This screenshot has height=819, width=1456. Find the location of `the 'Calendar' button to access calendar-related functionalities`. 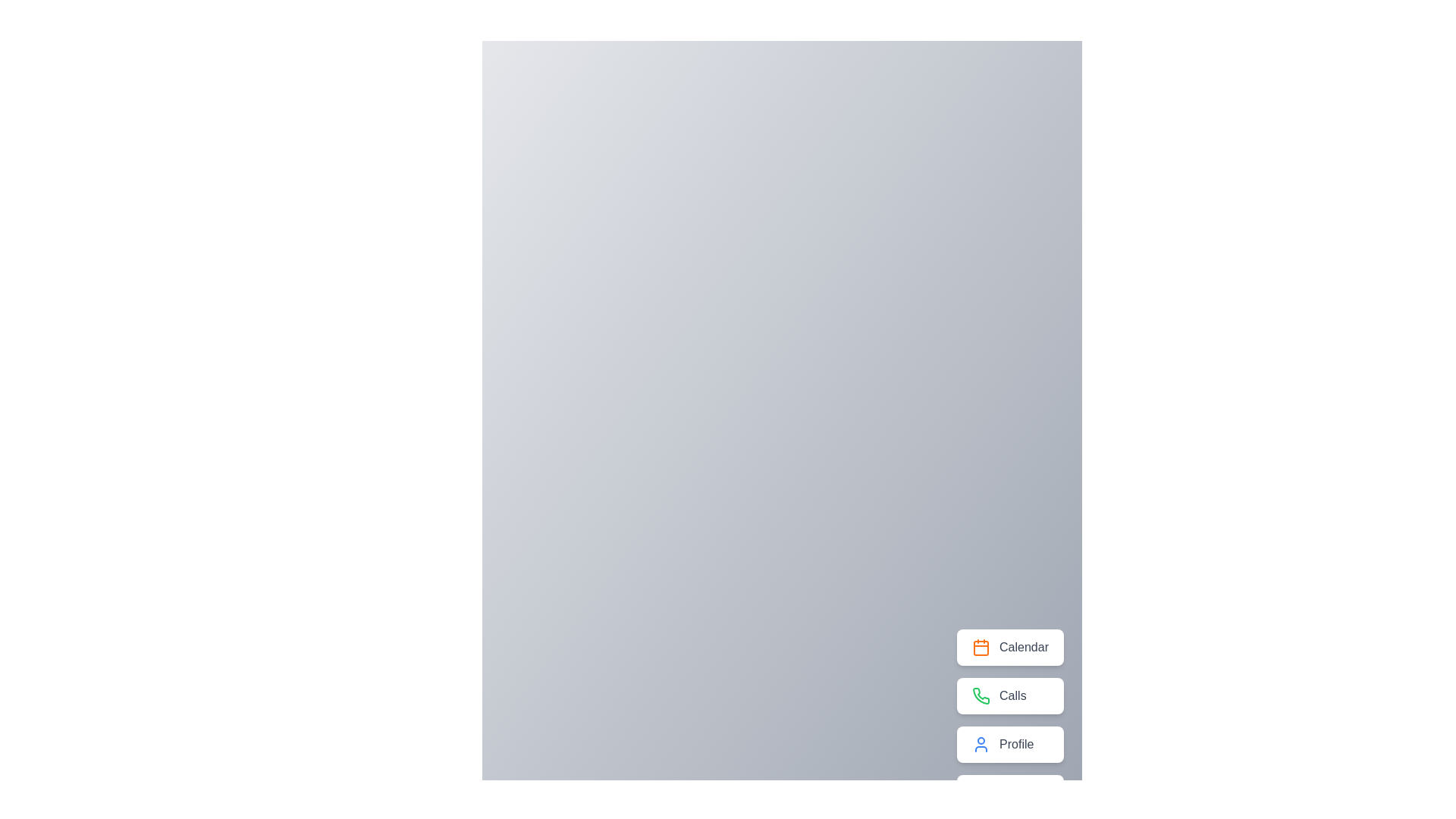

the 'Calendar' button to access calendar-related functionalities is located at coordinates (1009, 647).